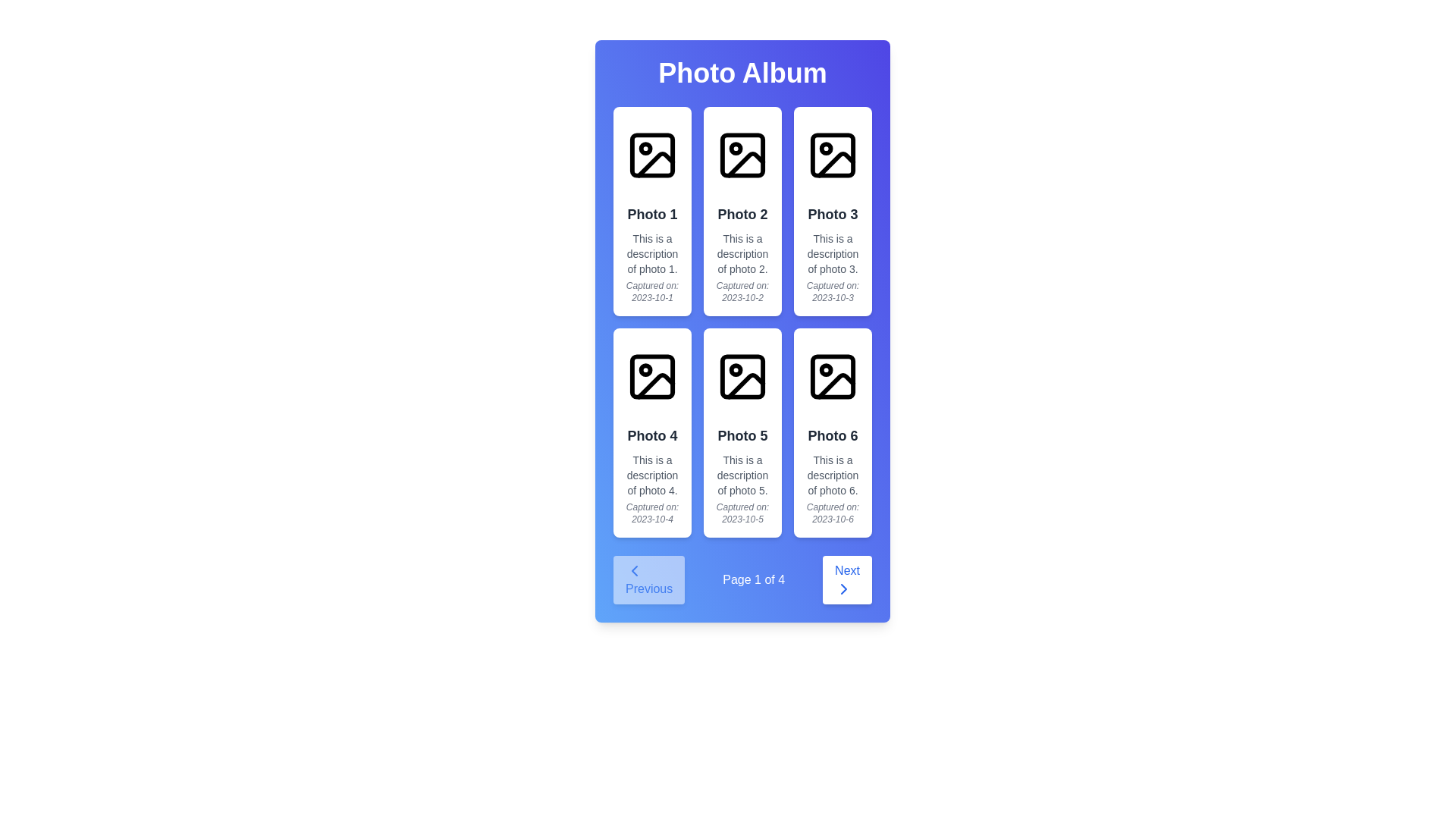 The height and width of the screenshot is (819, 1456). Describe the element at coordinates (652, 435) in the screenshot. I see `the static text label element displaying the title 'Photo 4', which is styled with a larger font size and bold weight, located within the fourth card of a grid` at that location.